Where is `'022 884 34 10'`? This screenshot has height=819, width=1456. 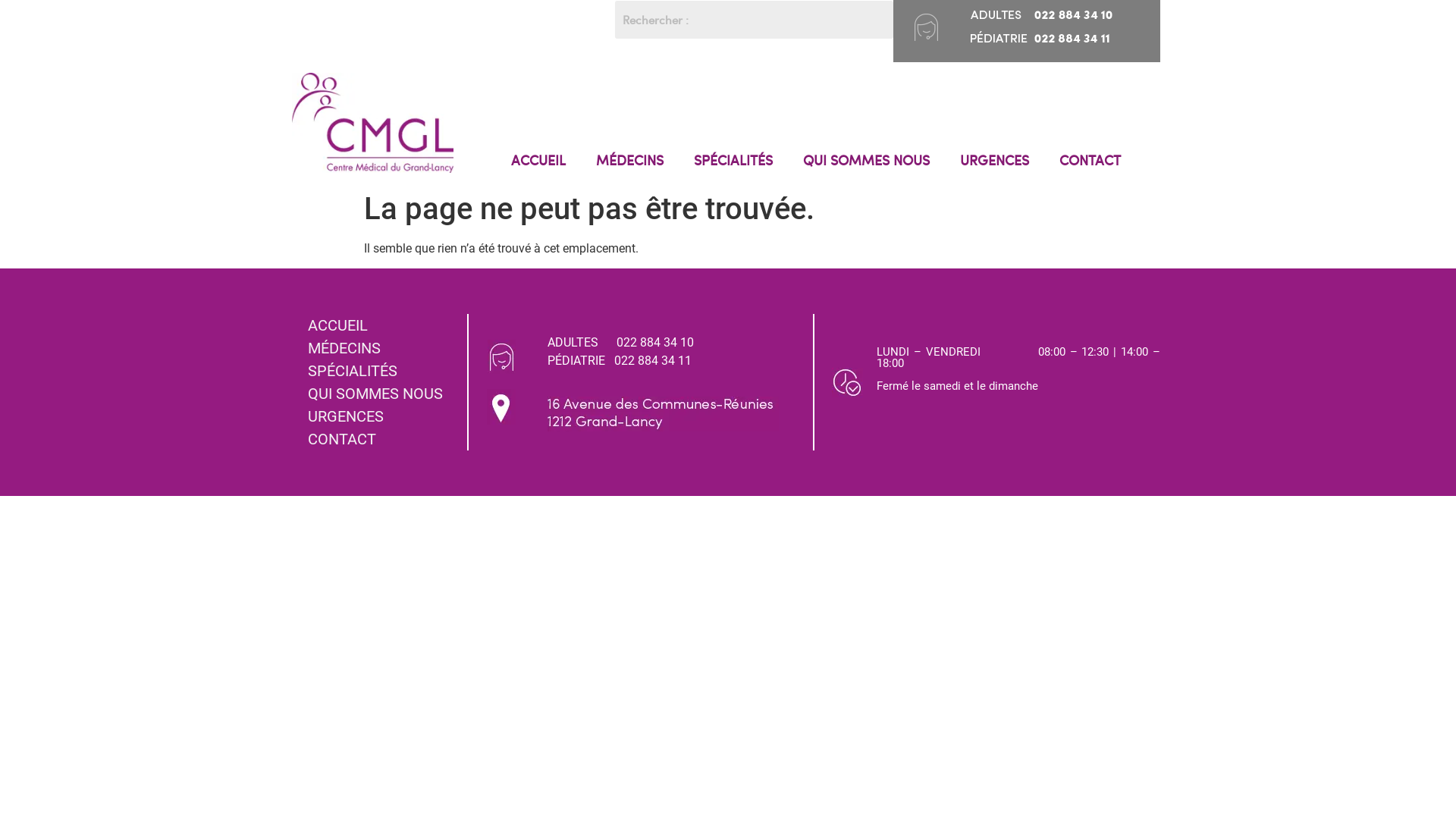 '022 884 34 10' is located at coordinates (655, 342).